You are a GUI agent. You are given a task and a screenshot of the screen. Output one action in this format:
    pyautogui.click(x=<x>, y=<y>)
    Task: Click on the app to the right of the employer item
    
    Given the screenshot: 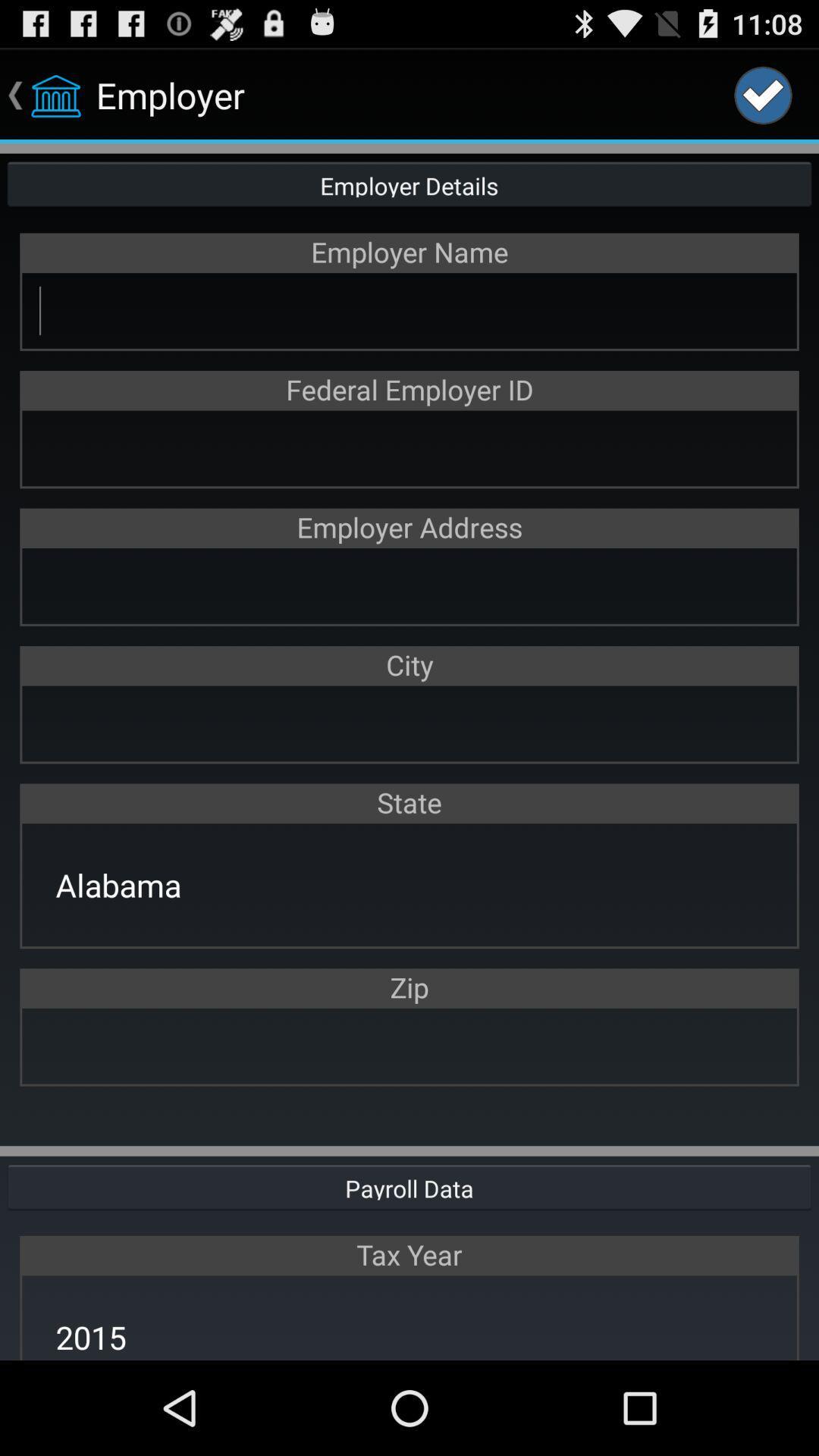 What is the action you would take?
    pyautogui.click(x=763, y=94)
    